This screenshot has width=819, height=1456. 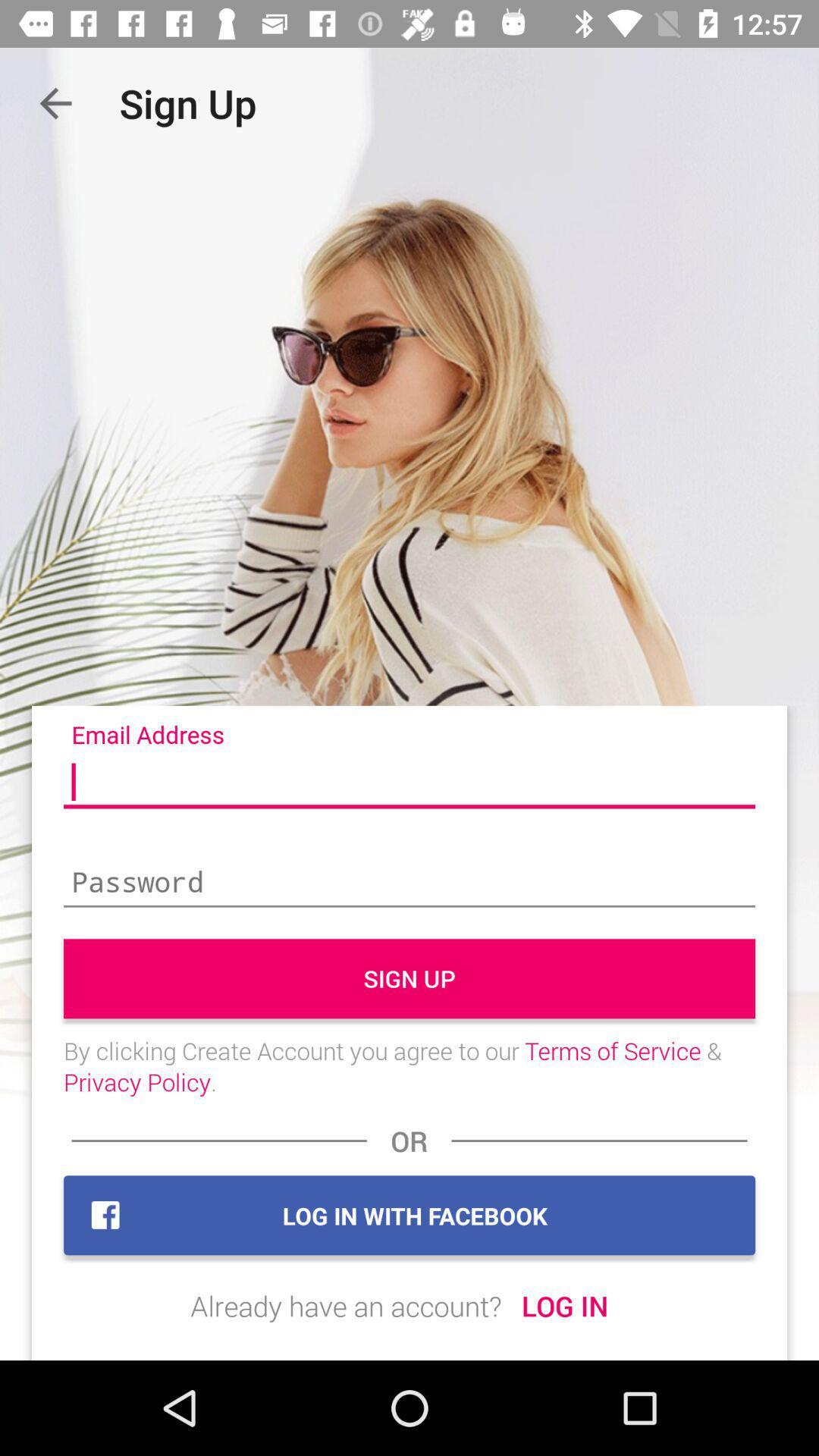 What do you see at coordinates (409, 883) in the screenshot?
I see `item above the sign up icon` at bounding box center [409, 883].